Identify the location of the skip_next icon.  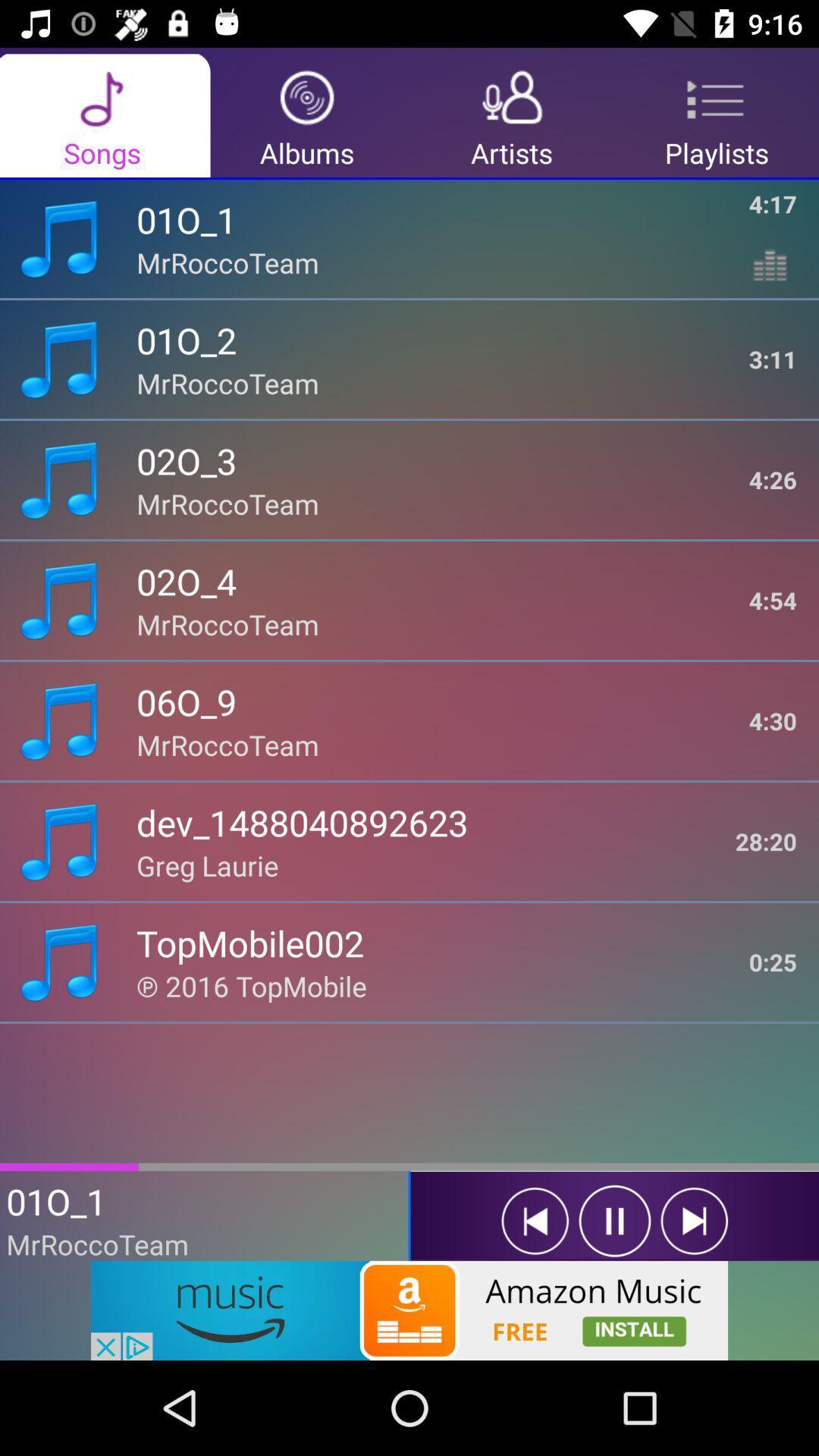
(694, 1221).